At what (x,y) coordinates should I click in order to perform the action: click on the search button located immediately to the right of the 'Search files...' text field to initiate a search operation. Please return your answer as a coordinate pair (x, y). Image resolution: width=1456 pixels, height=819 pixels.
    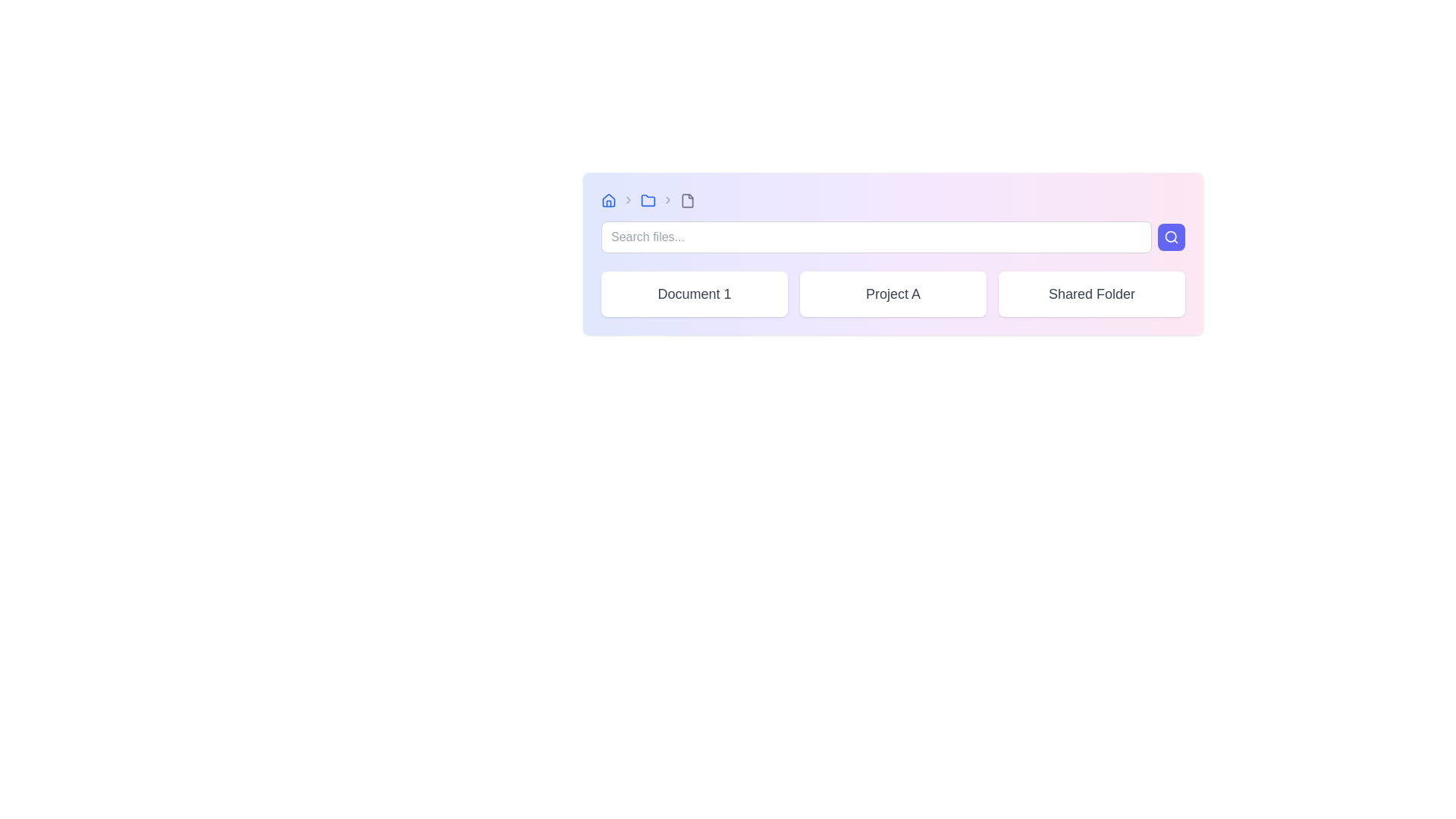
    Looking at the image, I should click on (1171, 237).